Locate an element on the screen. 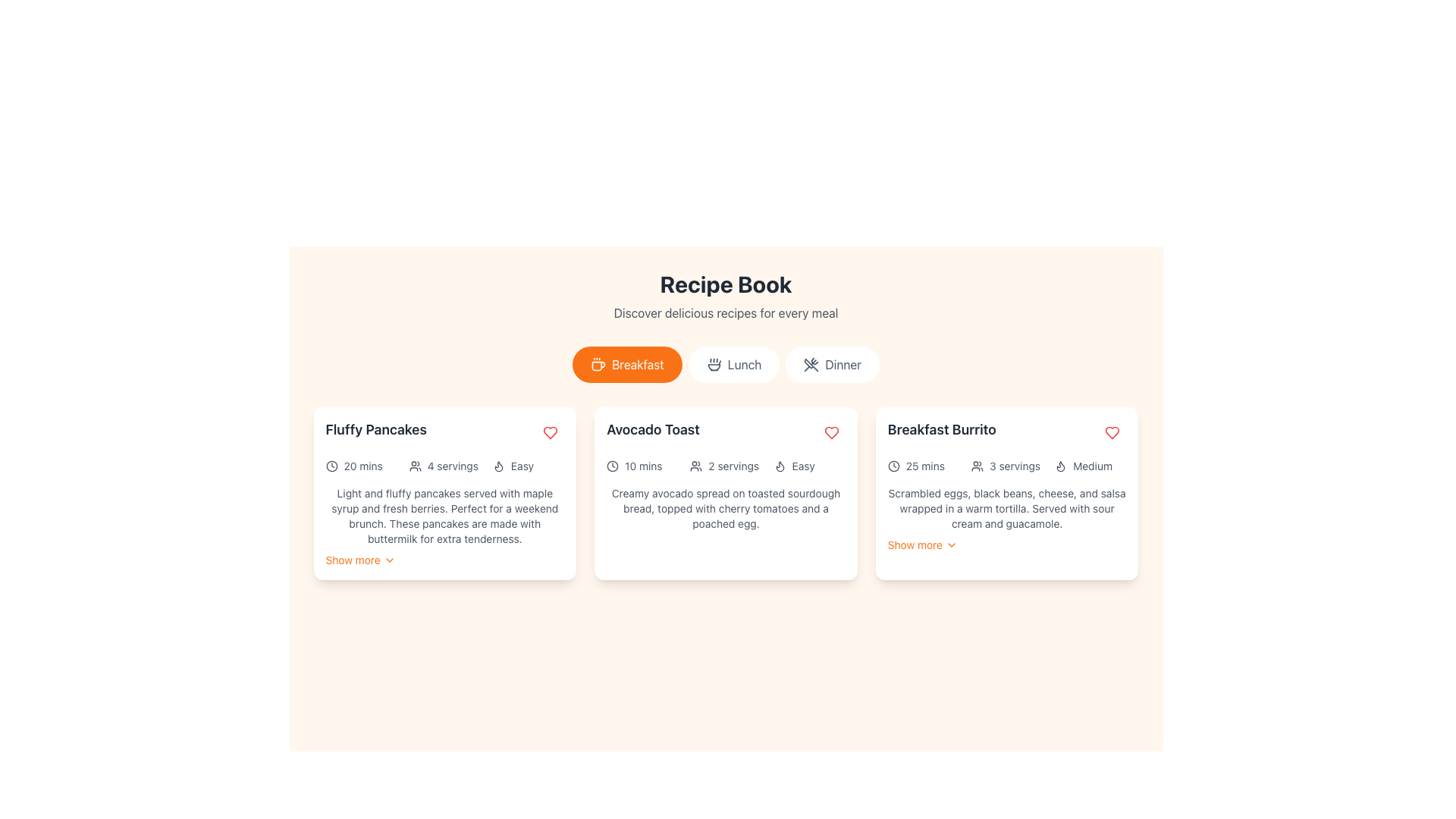  the Text label indicating the difficulty level of the recipe, located in the 'Avocado Toast' recipe card, positioned slightly closer to the top of the interface, to the right of the flame icon is located at coordinates (802, 465).